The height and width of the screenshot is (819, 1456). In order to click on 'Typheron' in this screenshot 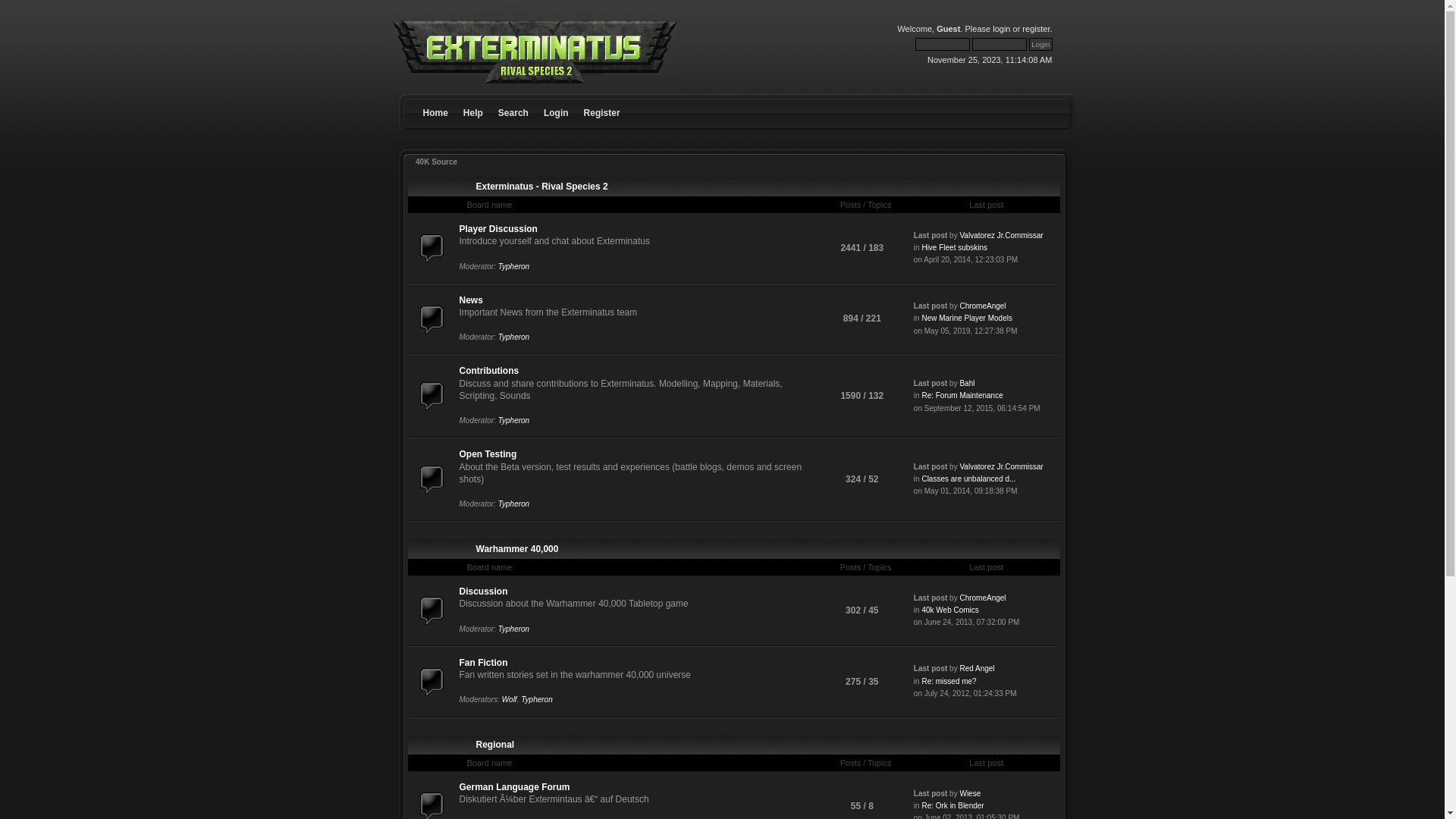, I will do `click(513, 265)`.